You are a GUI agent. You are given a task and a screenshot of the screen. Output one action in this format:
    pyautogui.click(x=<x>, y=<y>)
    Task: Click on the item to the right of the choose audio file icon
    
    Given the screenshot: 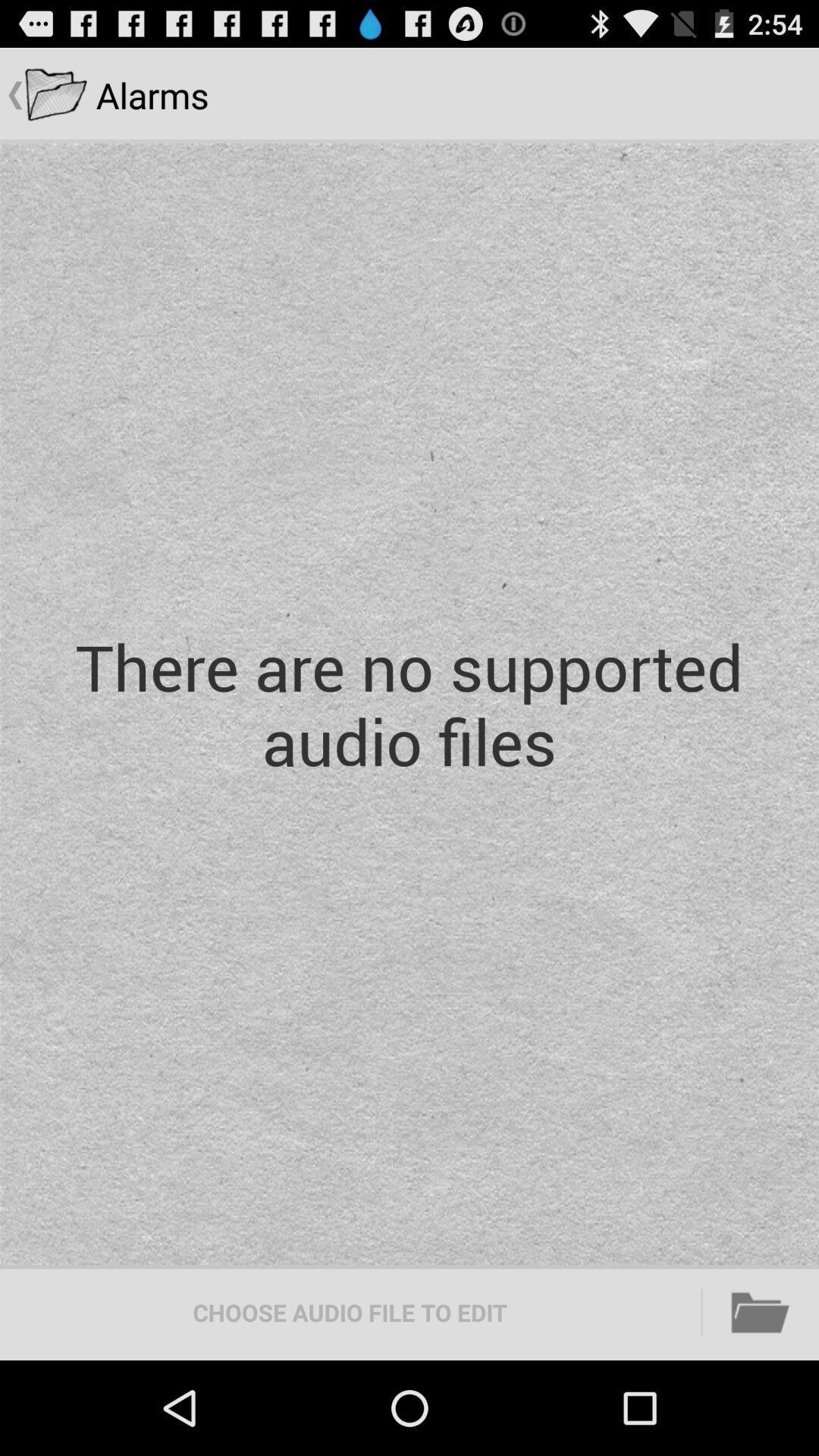 What is the action you would take?
    pyautogui.click(x=761, y=1312)
    